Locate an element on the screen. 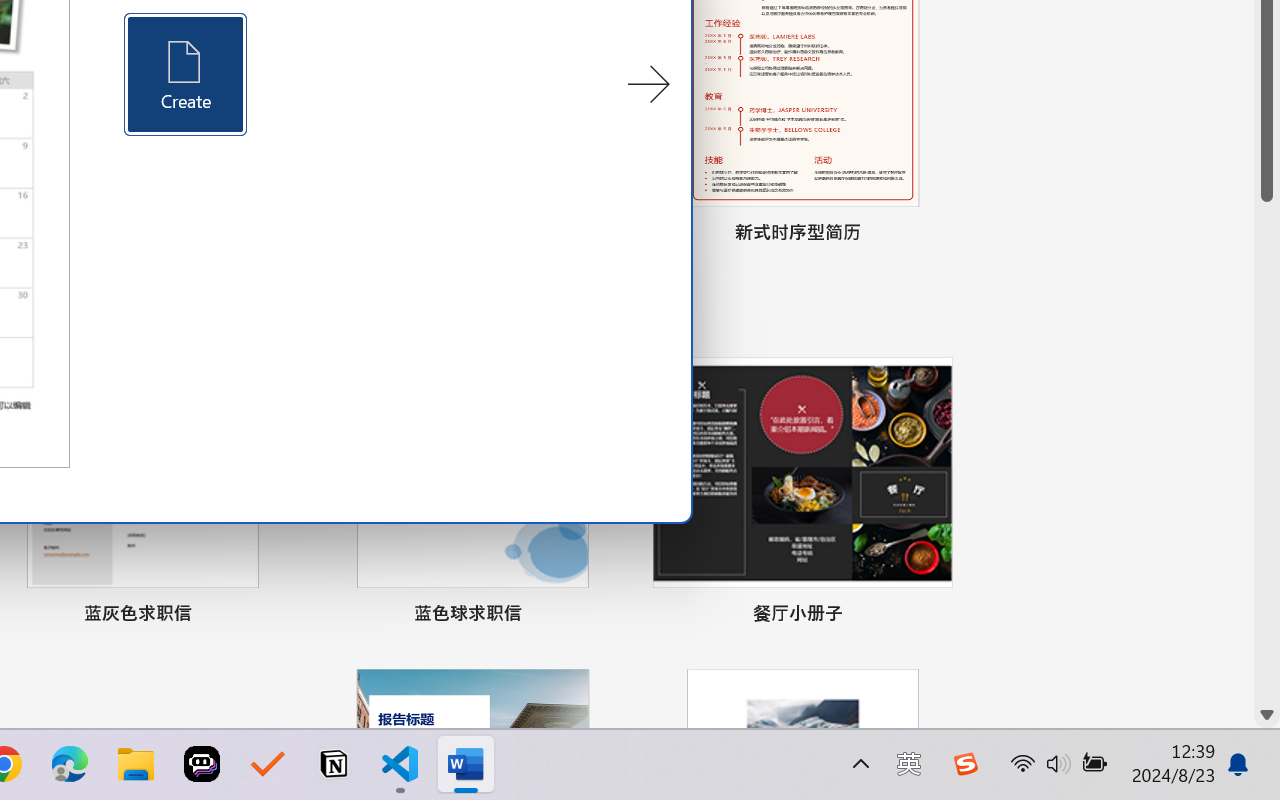 Image resolution: width=1280 pixels, height=800 pixels. 'Page down' is located at coordinates (1266, 450).